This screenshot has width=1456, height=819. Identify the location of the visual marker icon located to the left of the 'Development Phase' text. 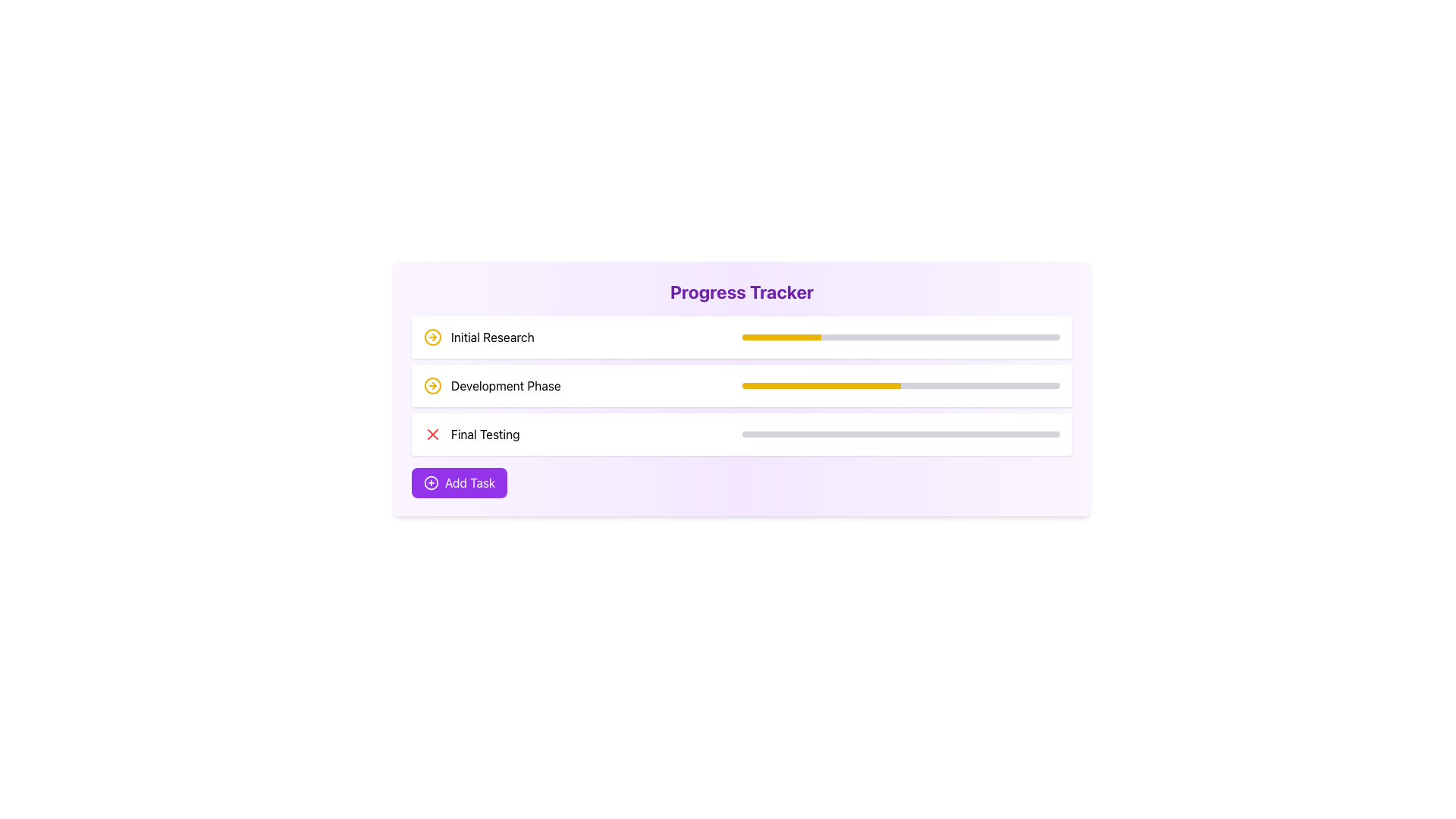
(432, 385).